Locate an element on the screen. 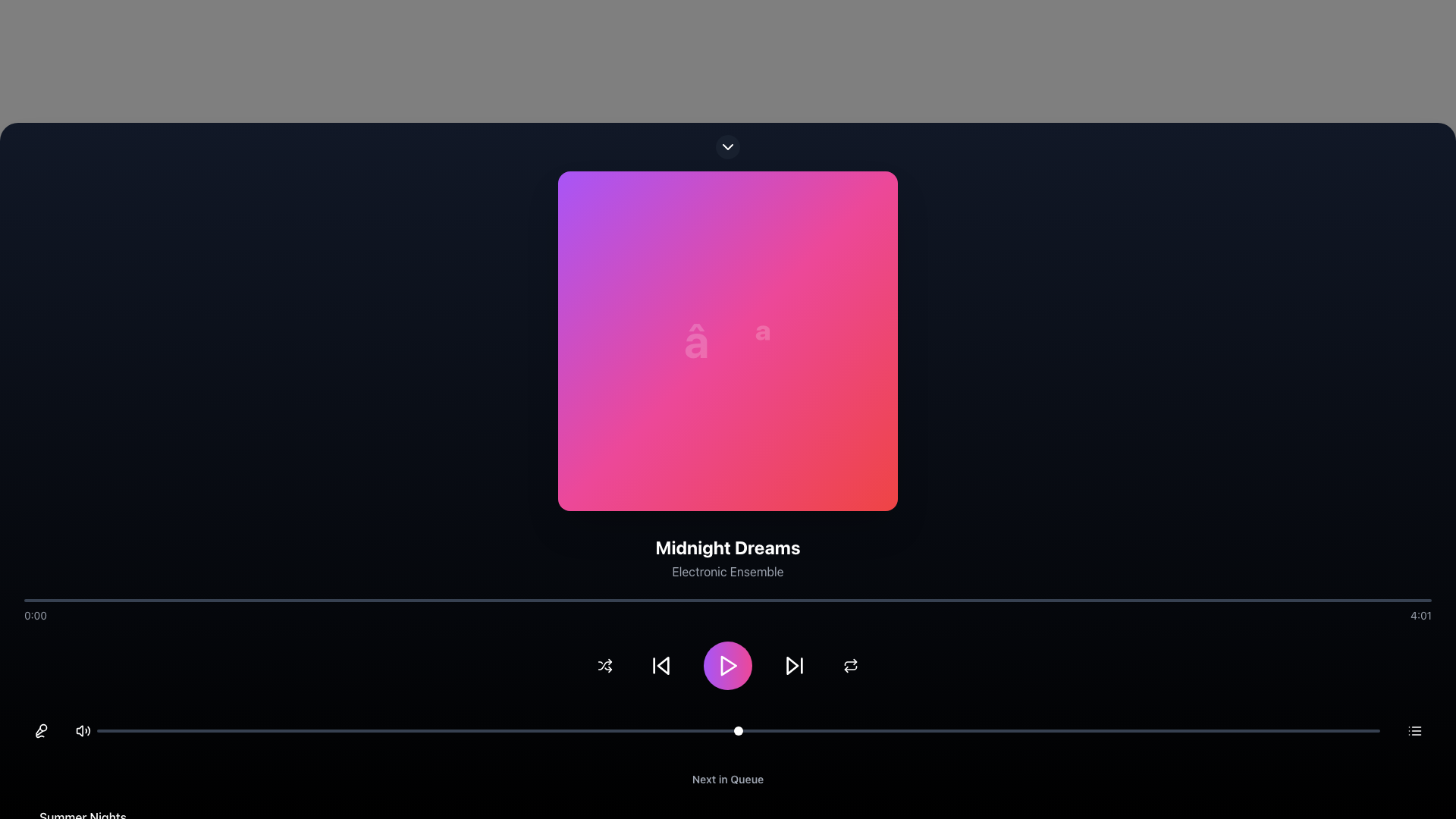 This screenshot has width=1456, height=819. the slider value is located at coordinates (930, 730).